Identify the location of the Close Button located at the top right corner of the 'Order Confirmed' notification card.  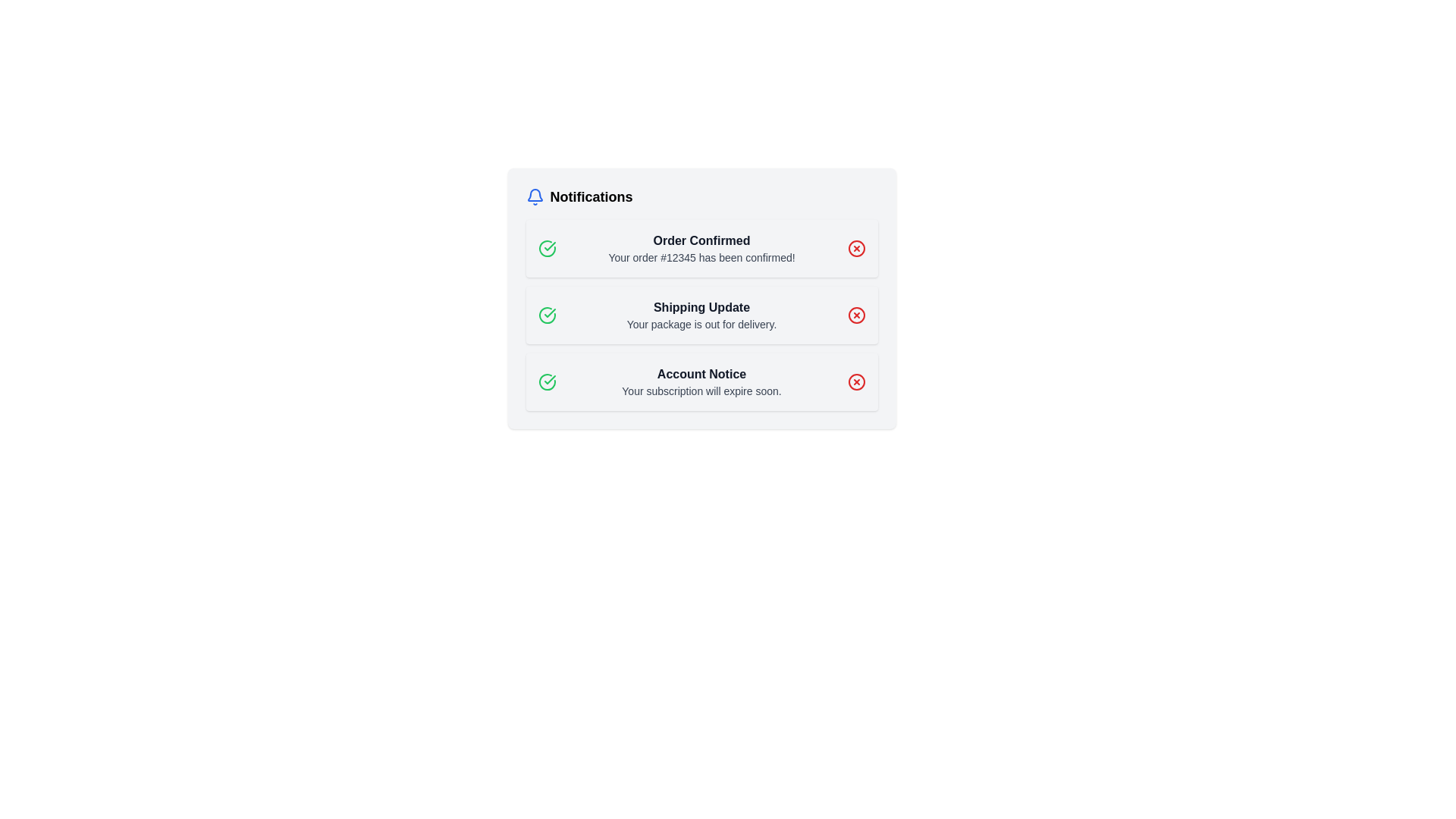
(856, 247).